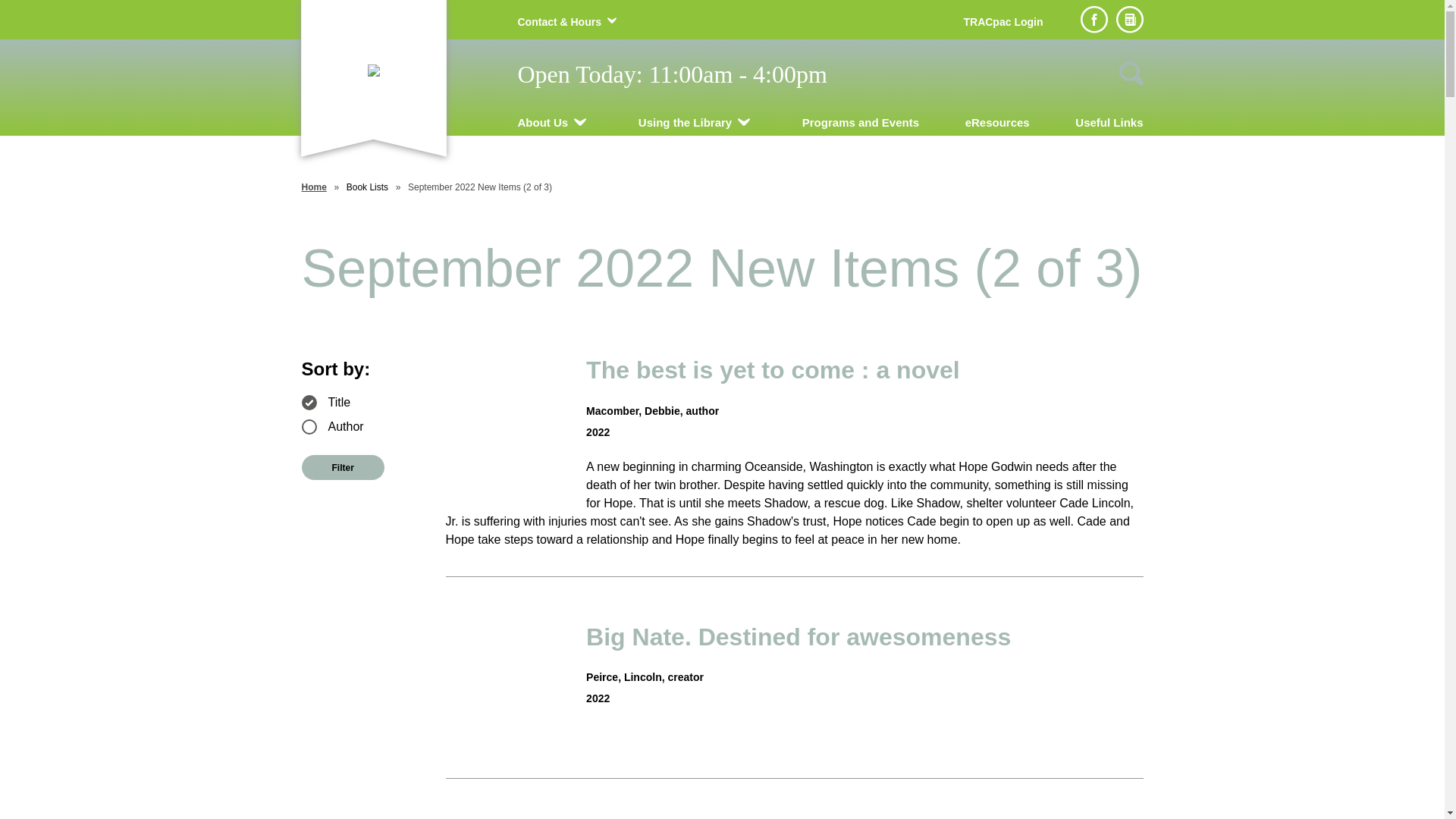  What do you see at coordinates (313, 186) in the screenshot?
I see `'Home'` at bounding box center [313, 186].